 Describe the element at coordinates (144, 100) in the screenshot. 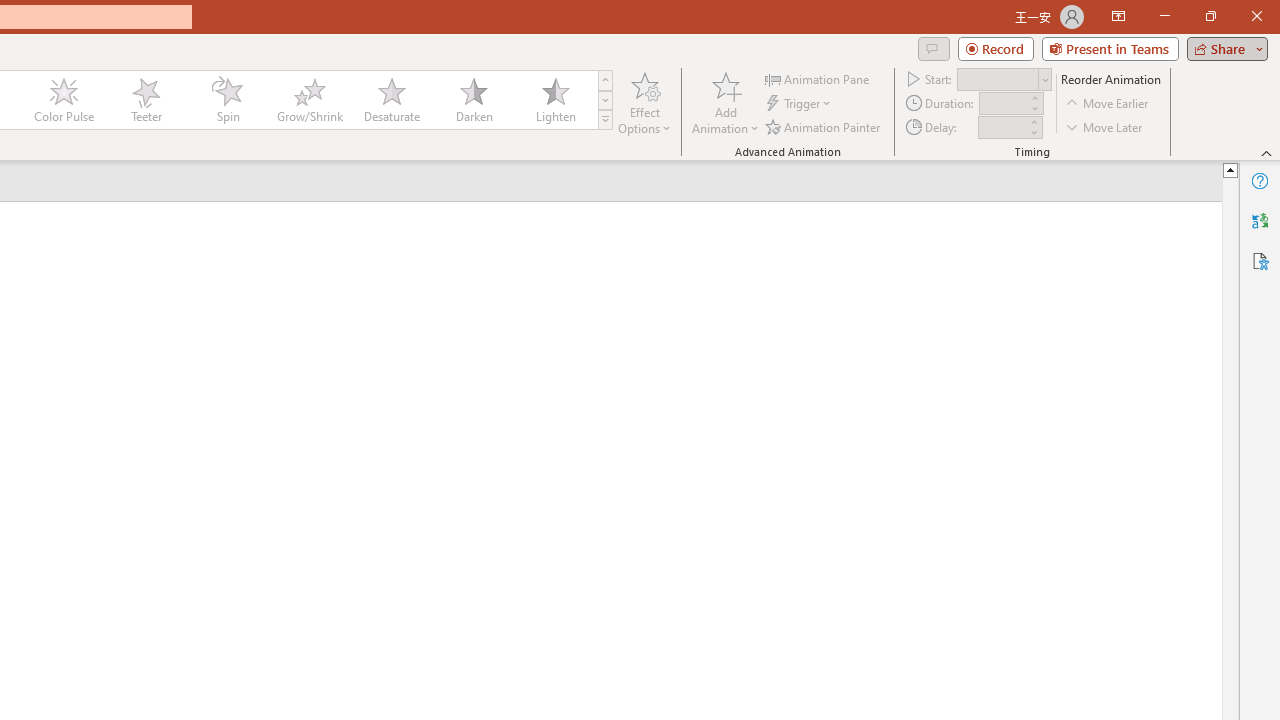

I see `'Teeter'` at that location.